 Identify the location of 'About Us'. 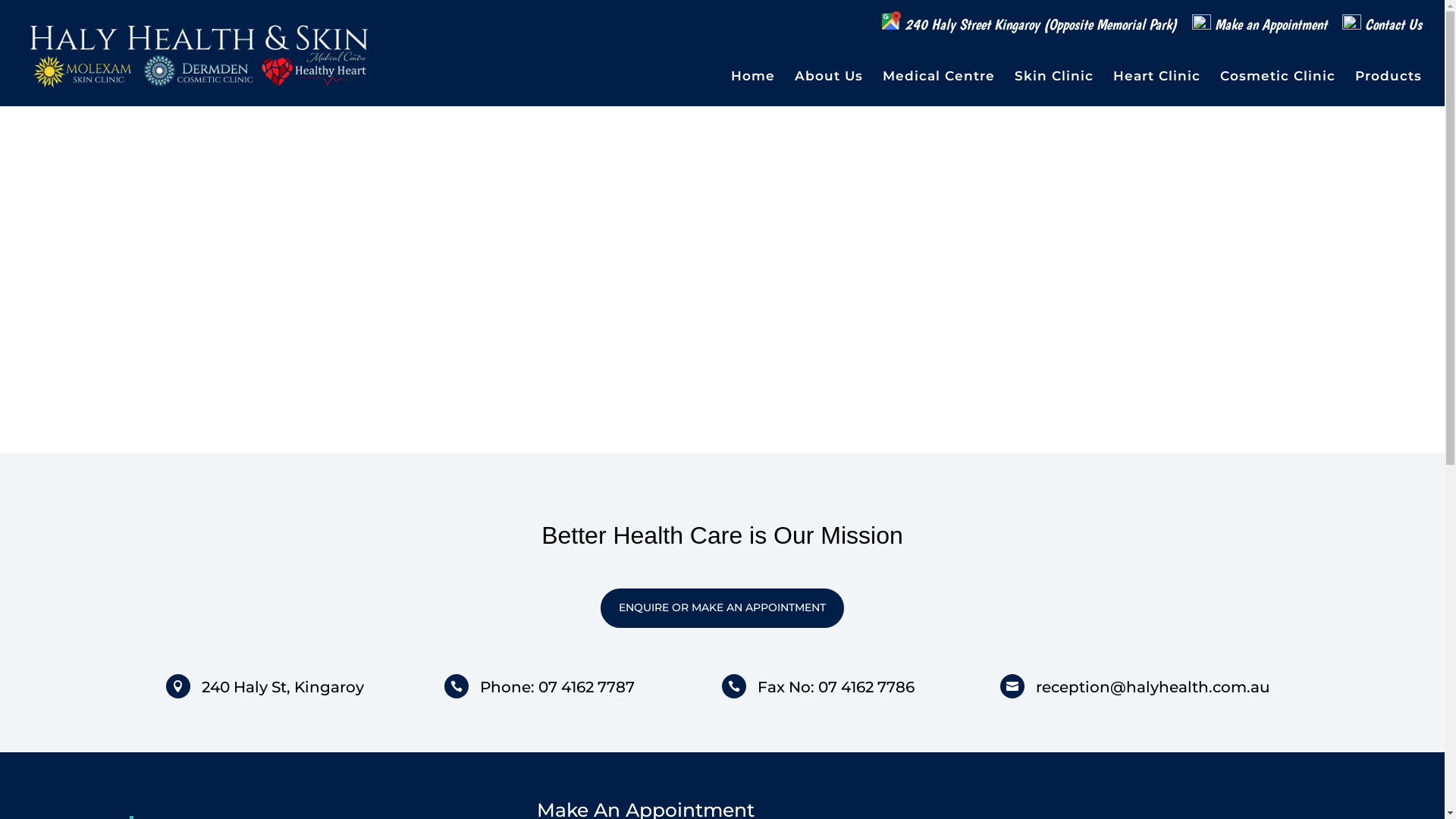
(828, 88).